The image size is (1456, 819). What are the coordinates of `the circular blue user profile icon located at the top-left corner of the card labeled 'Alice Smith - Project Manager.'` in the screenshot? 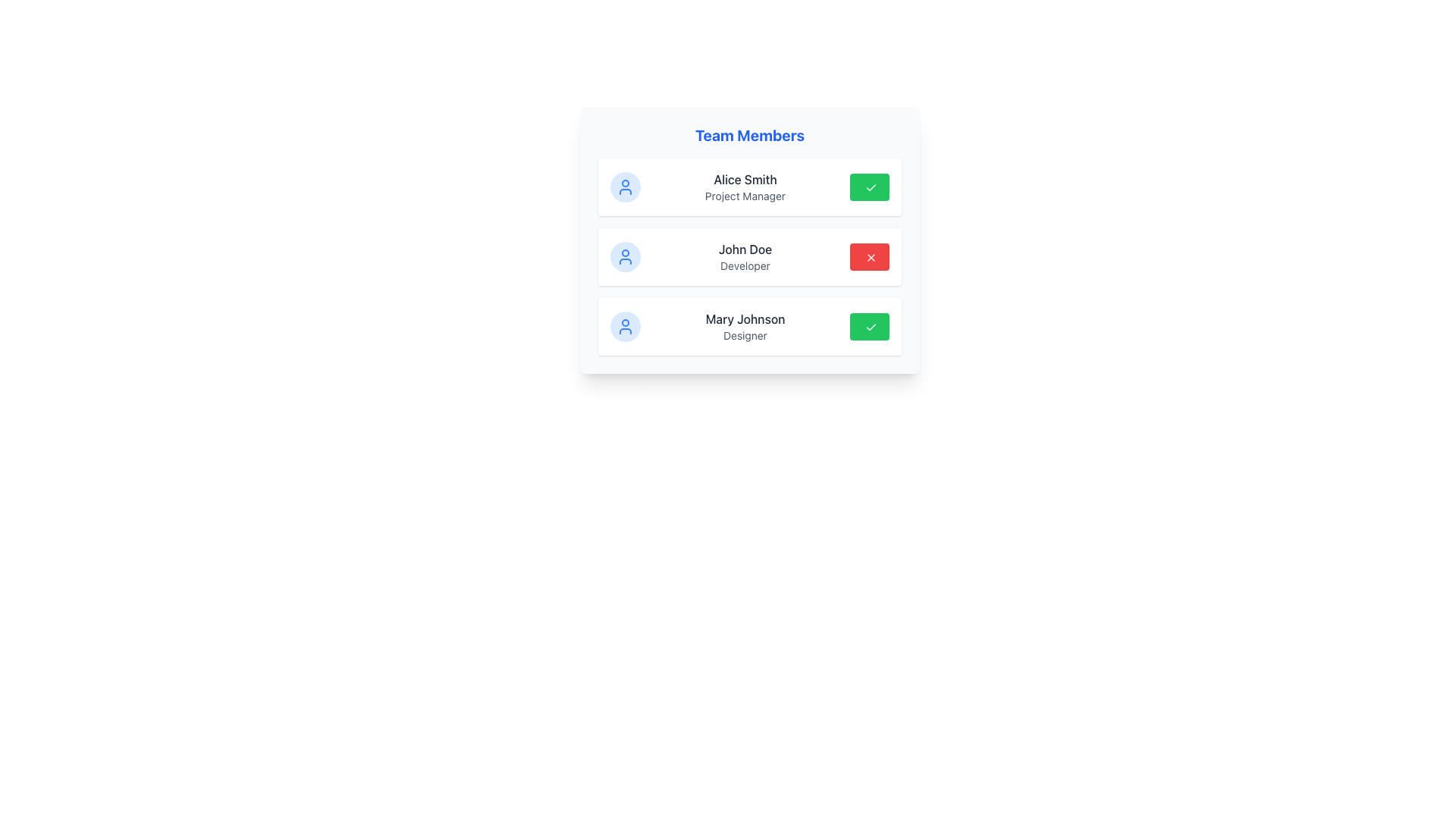 It's located at (626, 186).